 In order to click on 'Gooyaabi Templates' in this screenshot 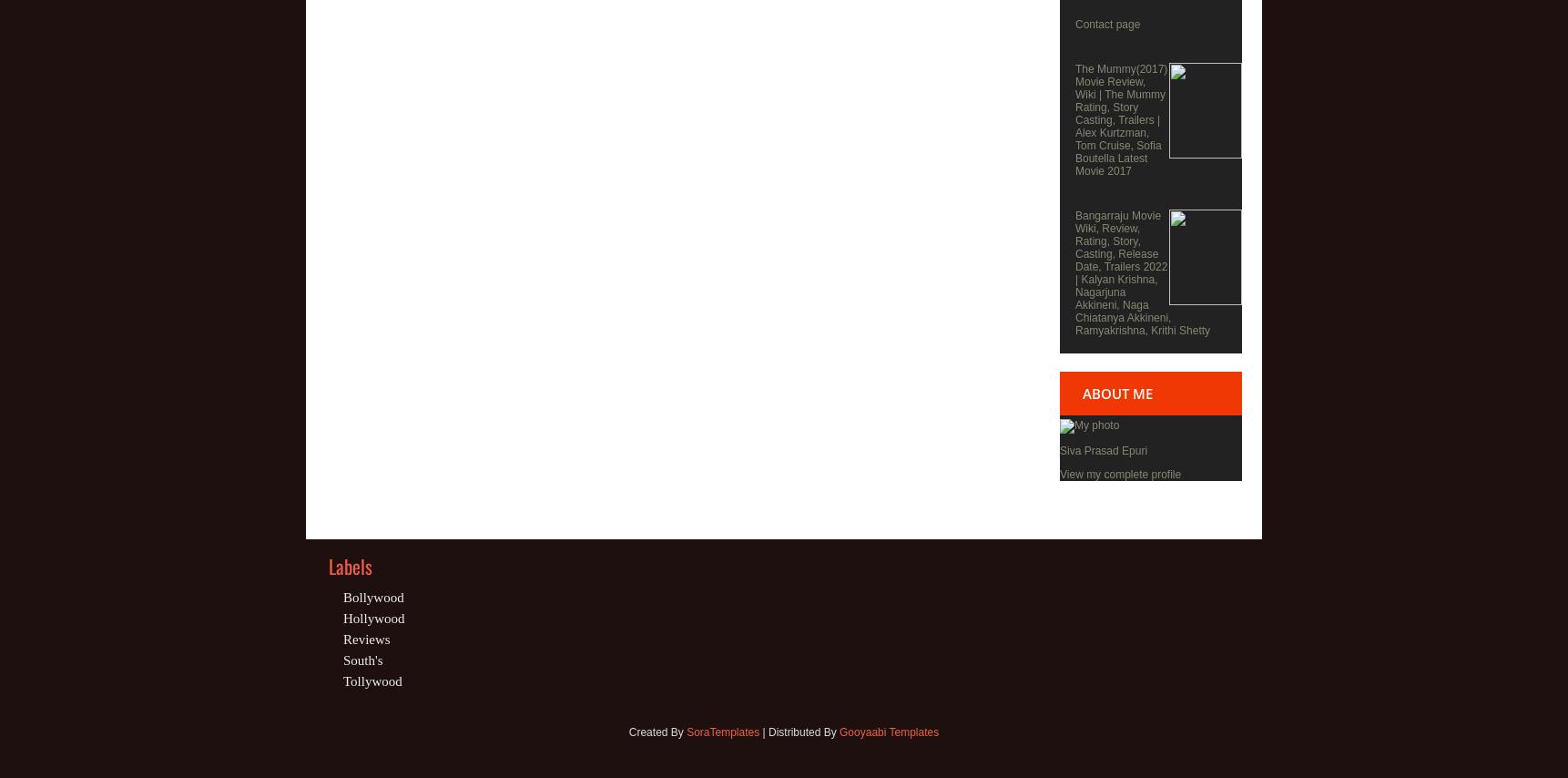, I will do `click(888, 732)`.